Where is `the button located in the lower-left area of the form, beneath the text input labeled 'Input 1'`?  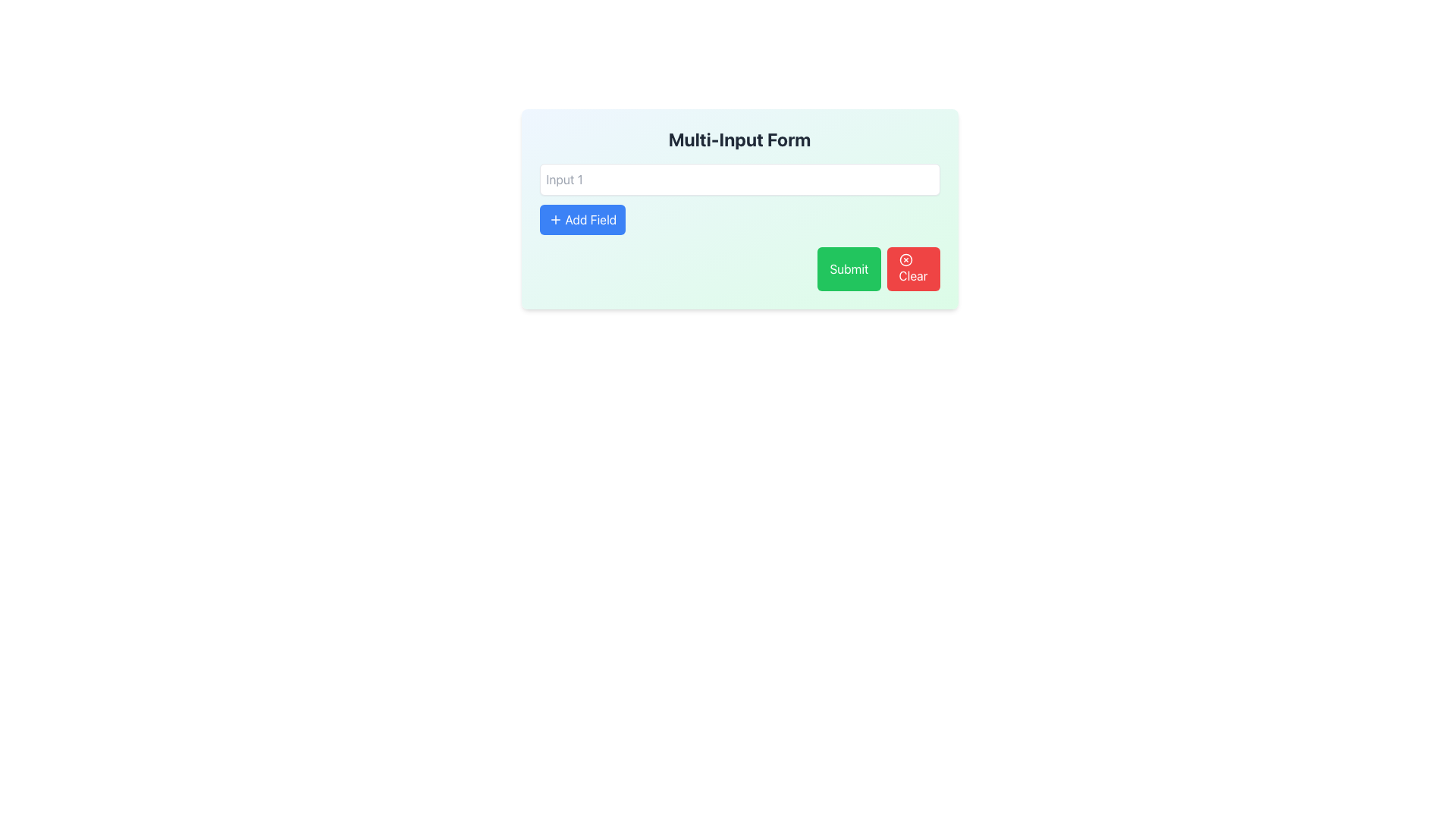
the button located in the lower-left area of the form, beneath the text input labeled 'Input 1' is located at coordinates (582, 219).